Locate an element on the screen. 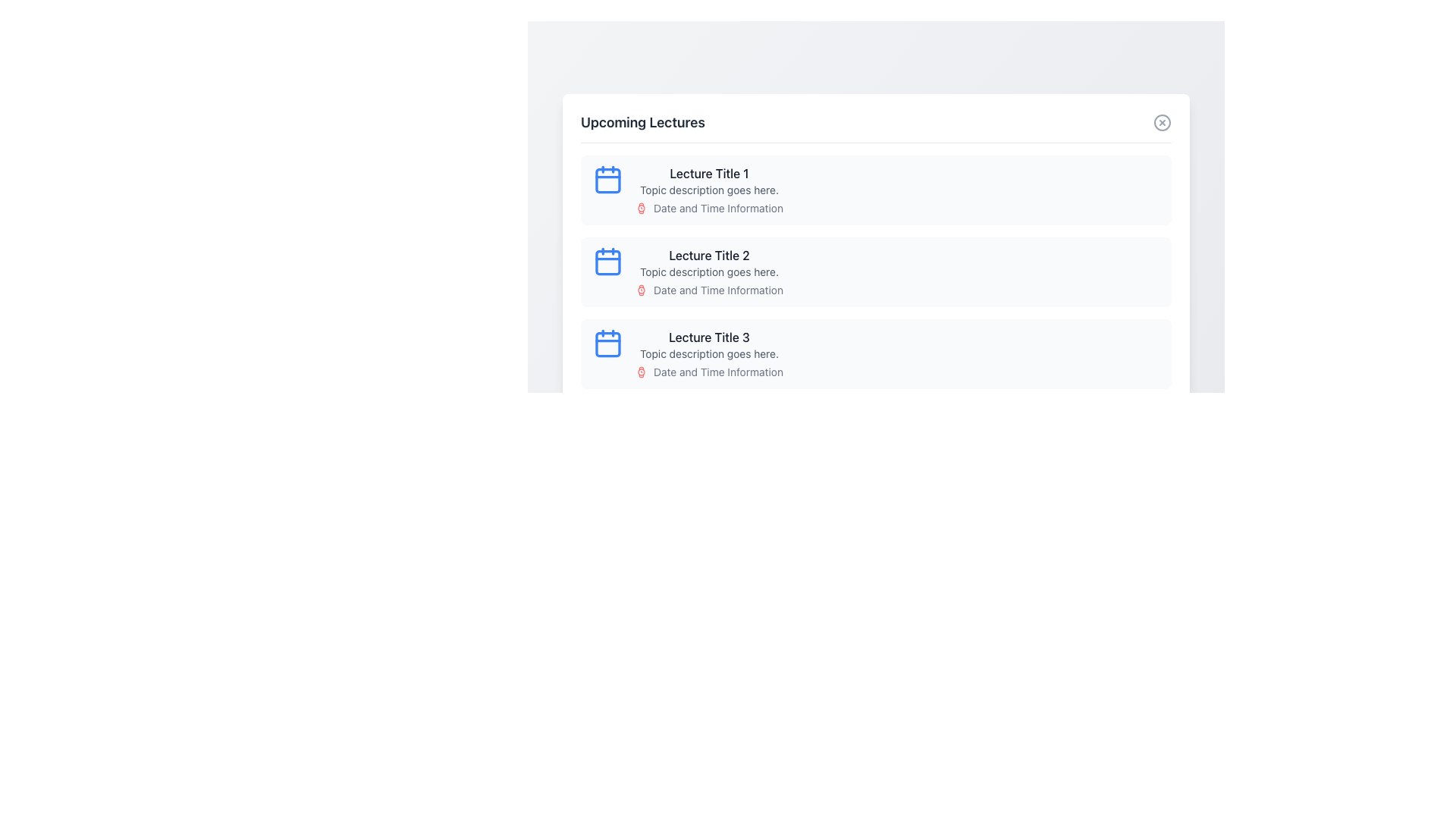 The image size is (1456, 819). assistive tools is located at coordinates (1162, 122).